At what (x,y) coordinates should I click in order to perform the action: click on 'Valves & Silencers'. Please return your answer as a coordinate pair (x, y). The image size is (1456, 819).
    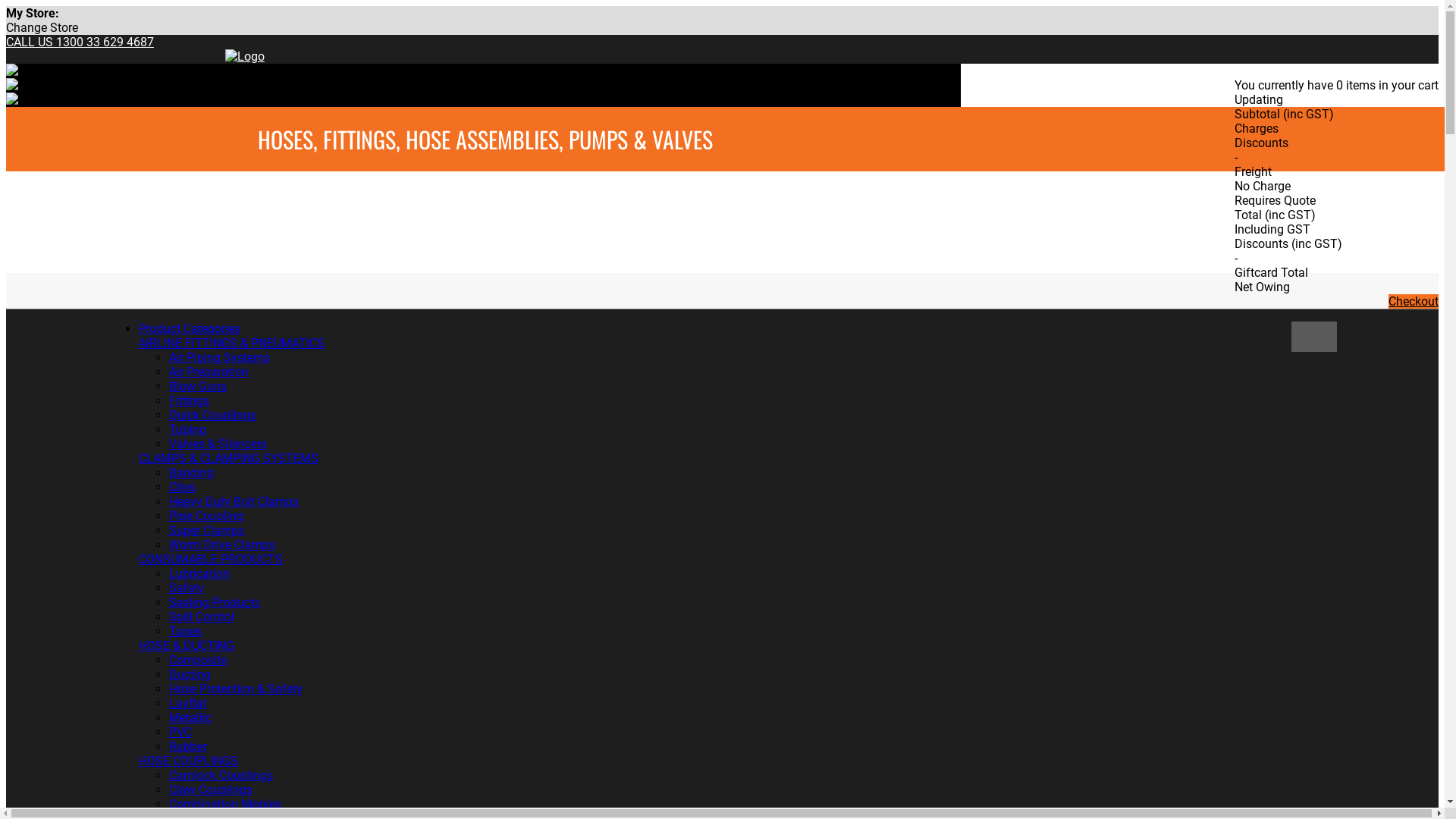
    Looking at the image, I should click on (216, 444).